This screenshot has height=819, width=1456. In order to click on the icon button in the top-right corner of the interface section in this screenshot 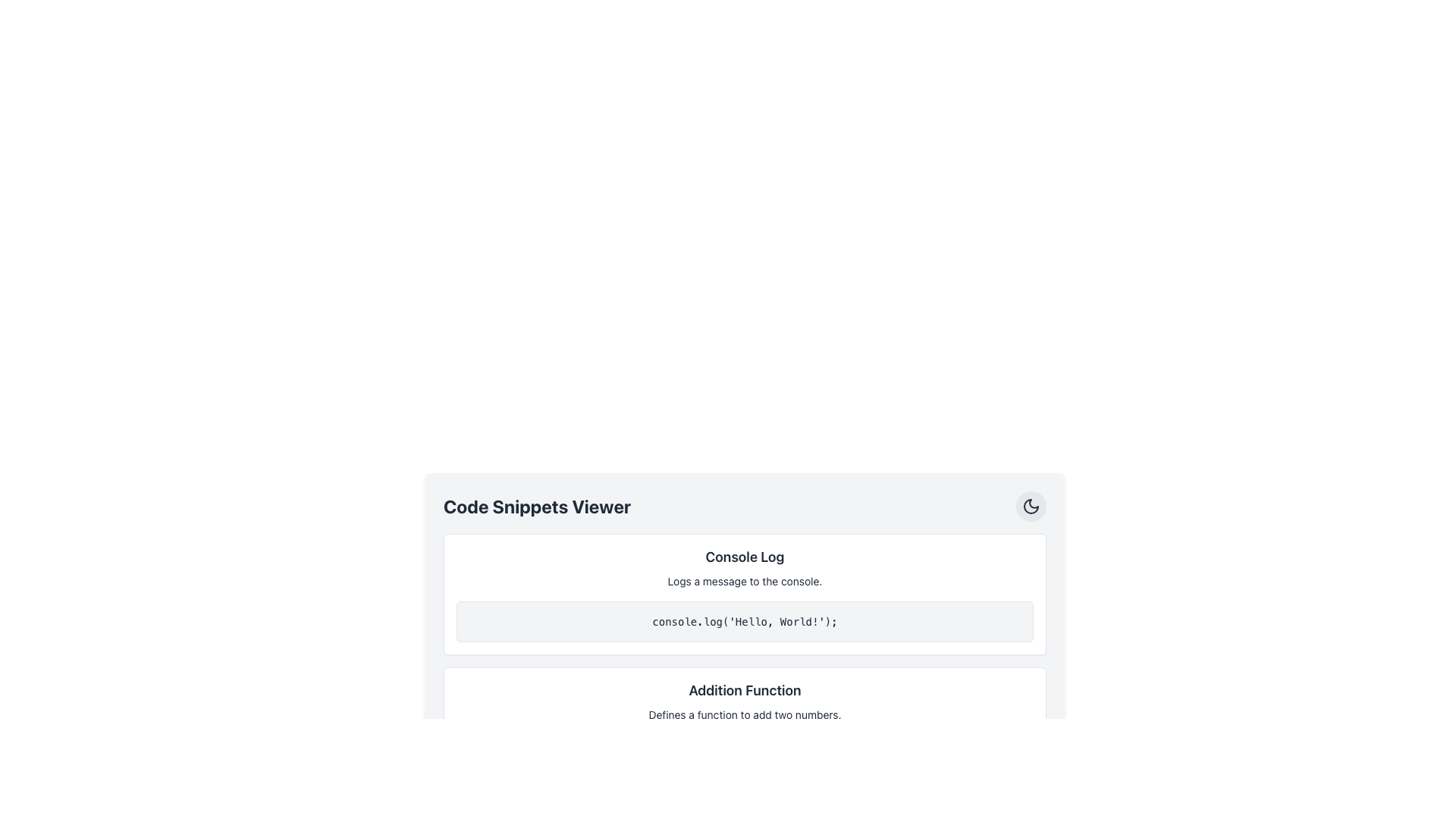, I will do `click(1031, 506)`.